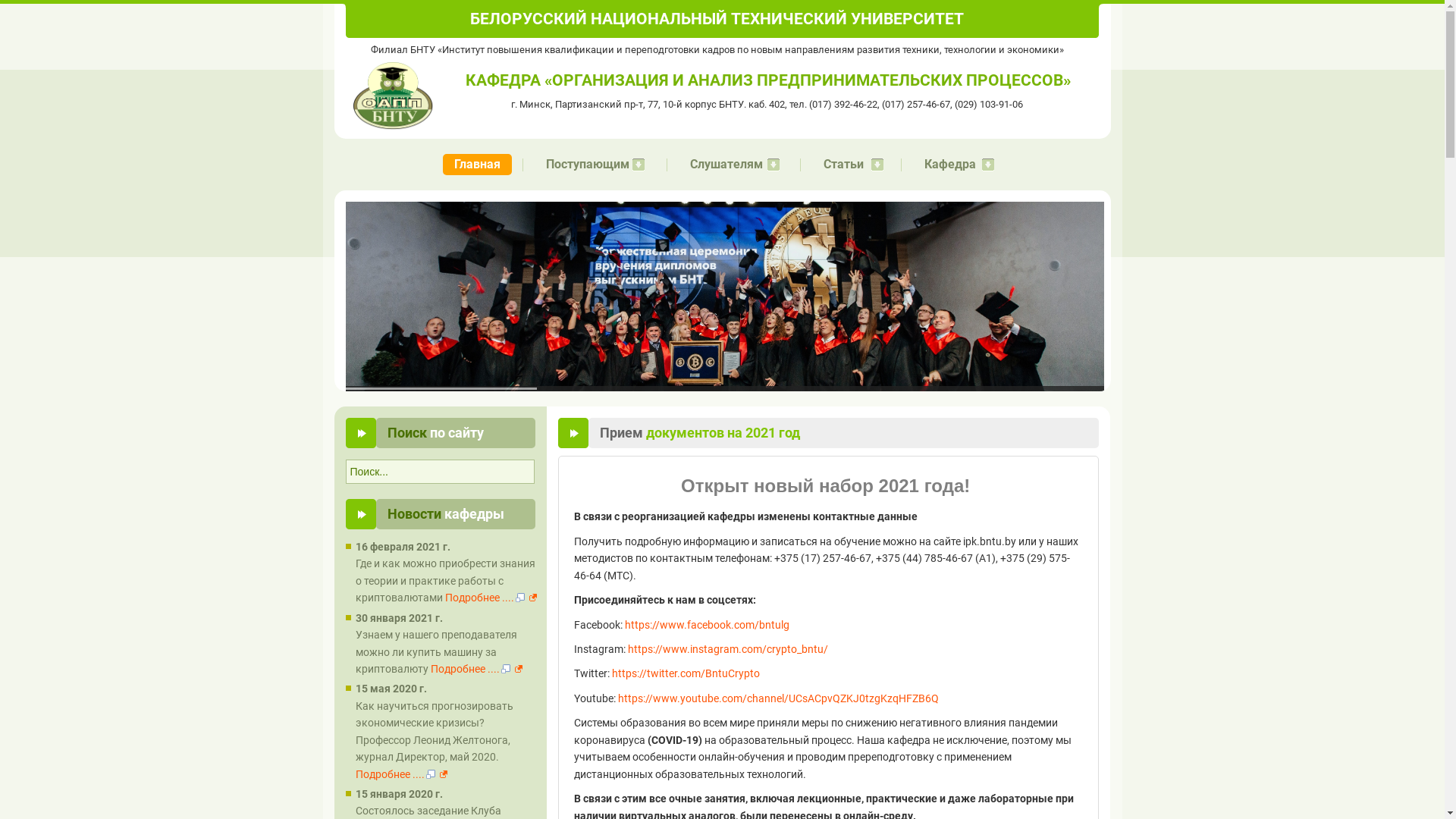  What do you see at coordinates (728, 648) in the screenshot?
I see `'https://www.instagram.com/crypto_bntu/'` at bounding box center [728, 648].